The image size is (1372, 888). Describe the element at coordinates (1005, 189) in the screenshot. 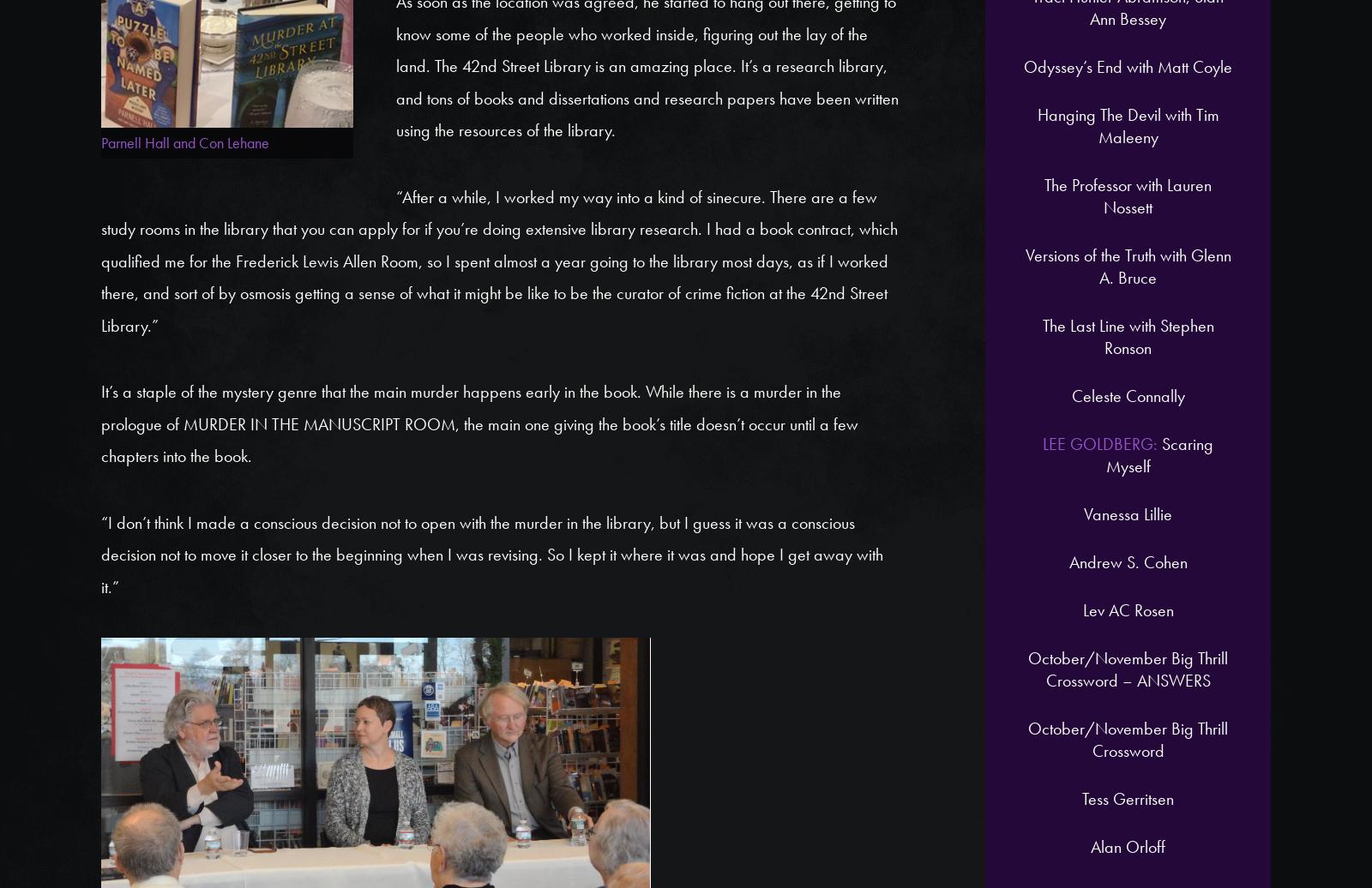

I see `'Contribute'` at that location.